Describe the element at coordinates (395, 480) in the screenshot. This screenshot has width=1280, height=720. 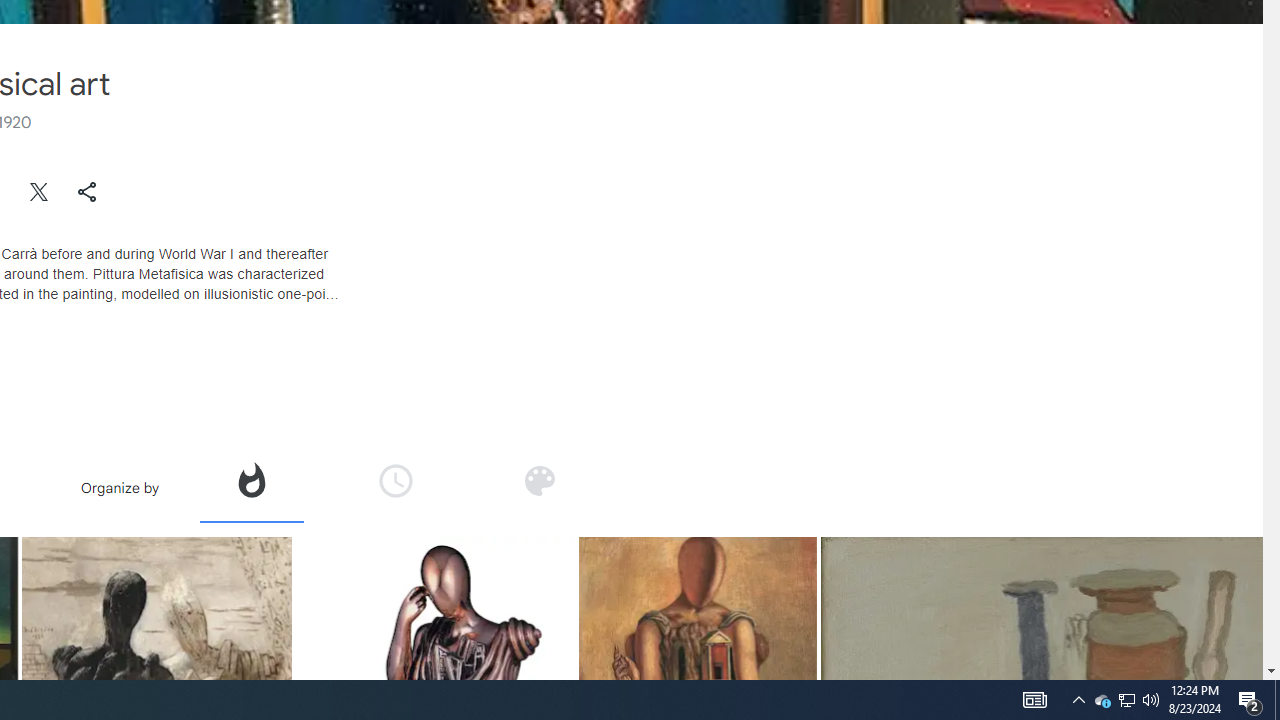
I see `'Organize by time'` at that location.